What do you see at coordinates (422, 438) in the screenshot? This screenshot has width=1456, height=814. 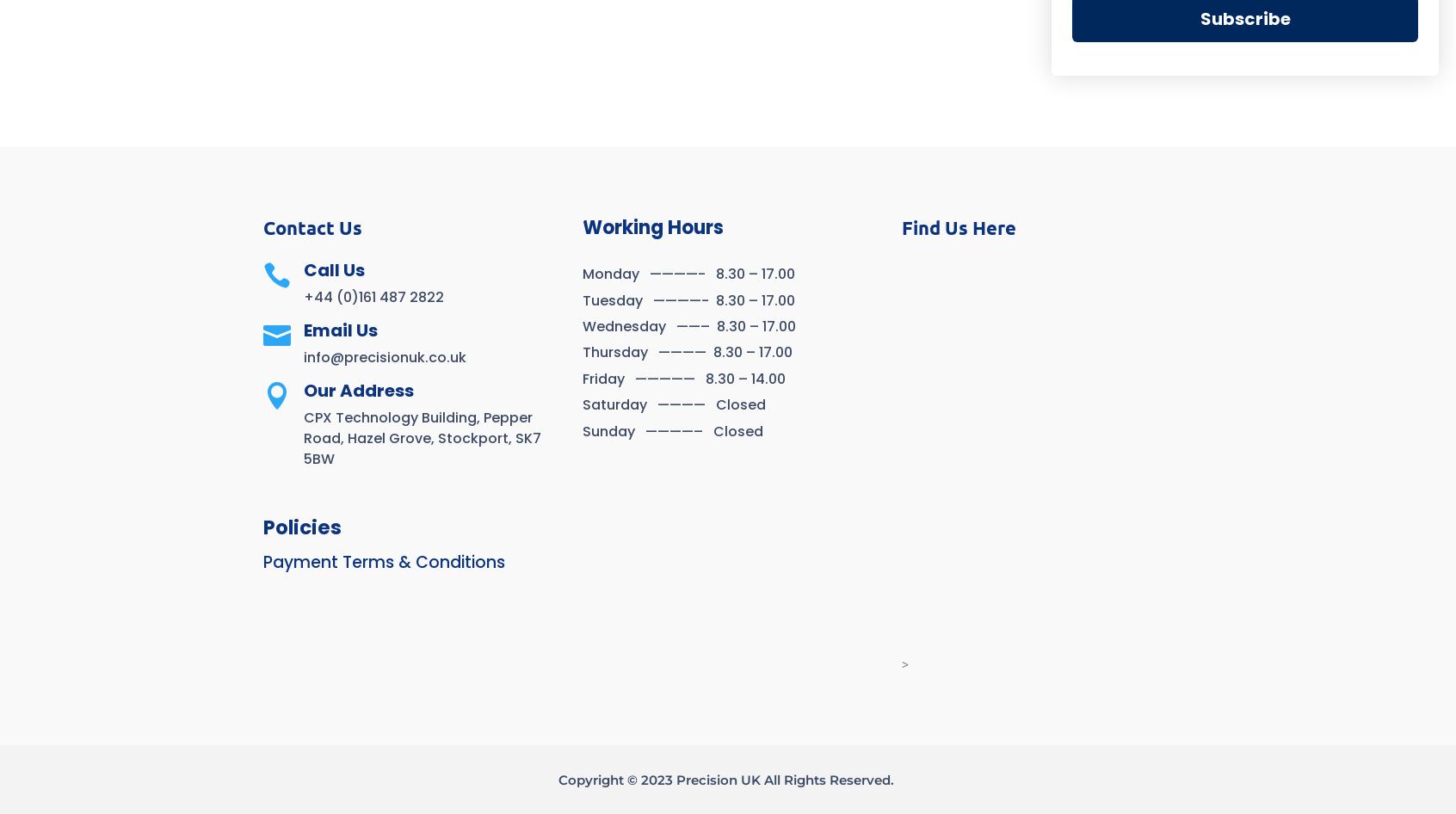 I see `'CPX Technology Building, Pepper Road, Hazel Grove, Stockport, SK7 5BW'` at bounding box center [422, 438].